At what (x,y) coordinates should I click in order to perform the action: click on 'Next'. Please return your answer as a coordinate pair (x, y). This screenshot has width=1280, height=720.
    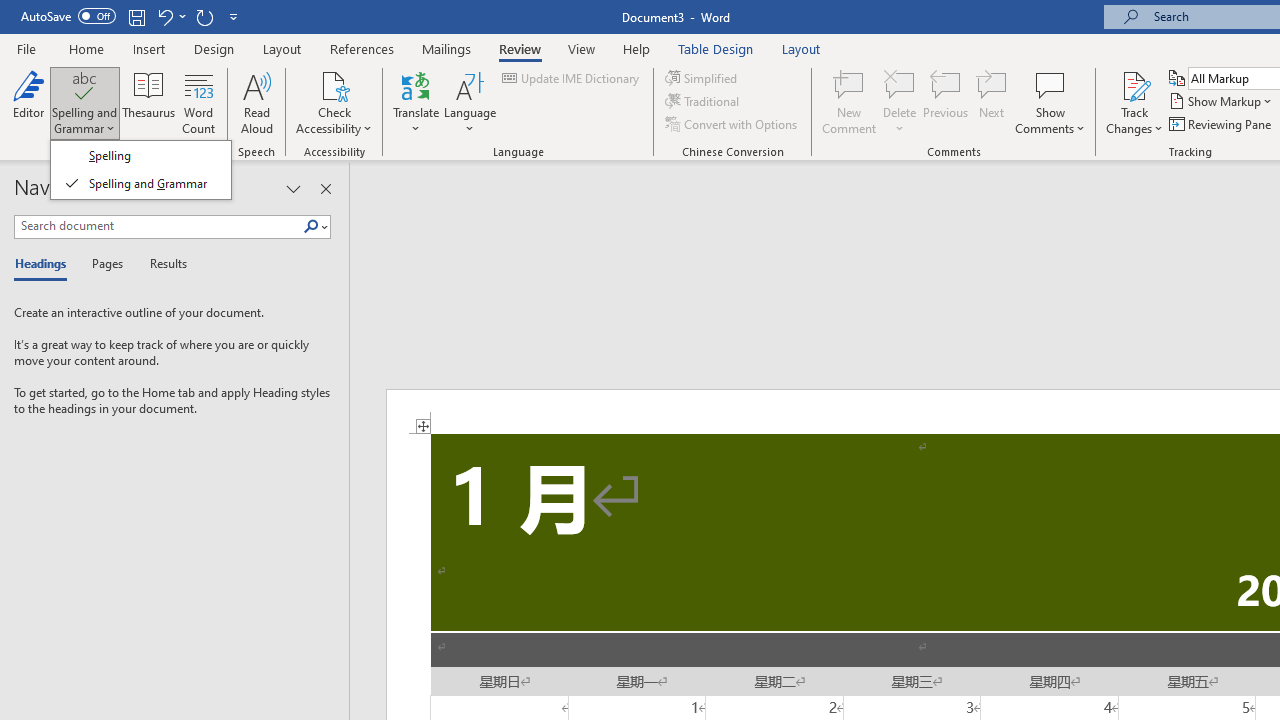
    Looking at the image, I should click on (992, 103).